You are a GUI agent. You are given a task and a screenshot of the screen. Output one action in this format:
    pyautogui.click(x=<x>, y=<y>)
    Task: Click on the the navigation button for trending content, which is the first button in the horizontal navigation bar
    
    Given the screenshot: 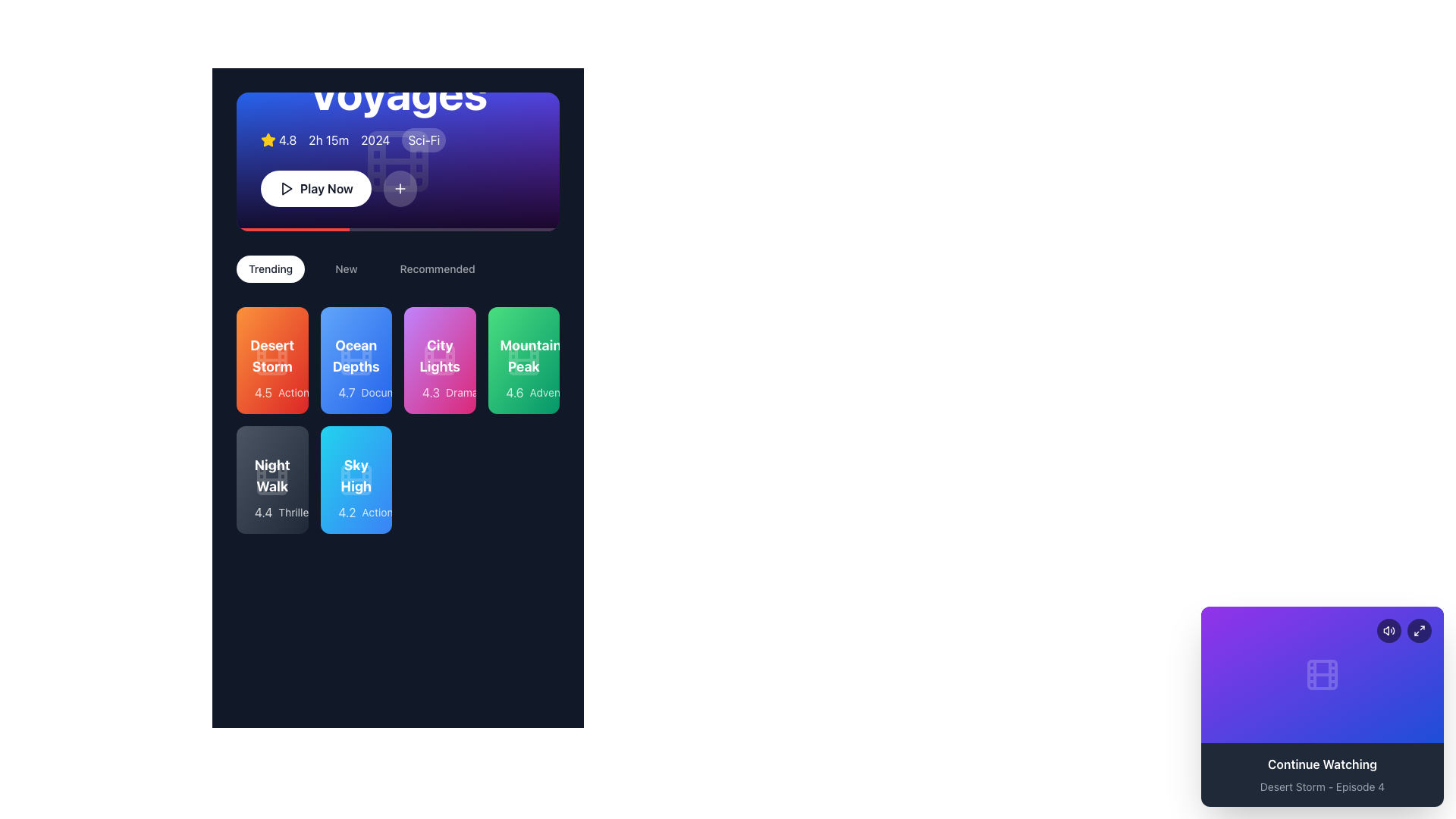 What is the action you would take?
    pyautogui.click(x=271, y=268)
    